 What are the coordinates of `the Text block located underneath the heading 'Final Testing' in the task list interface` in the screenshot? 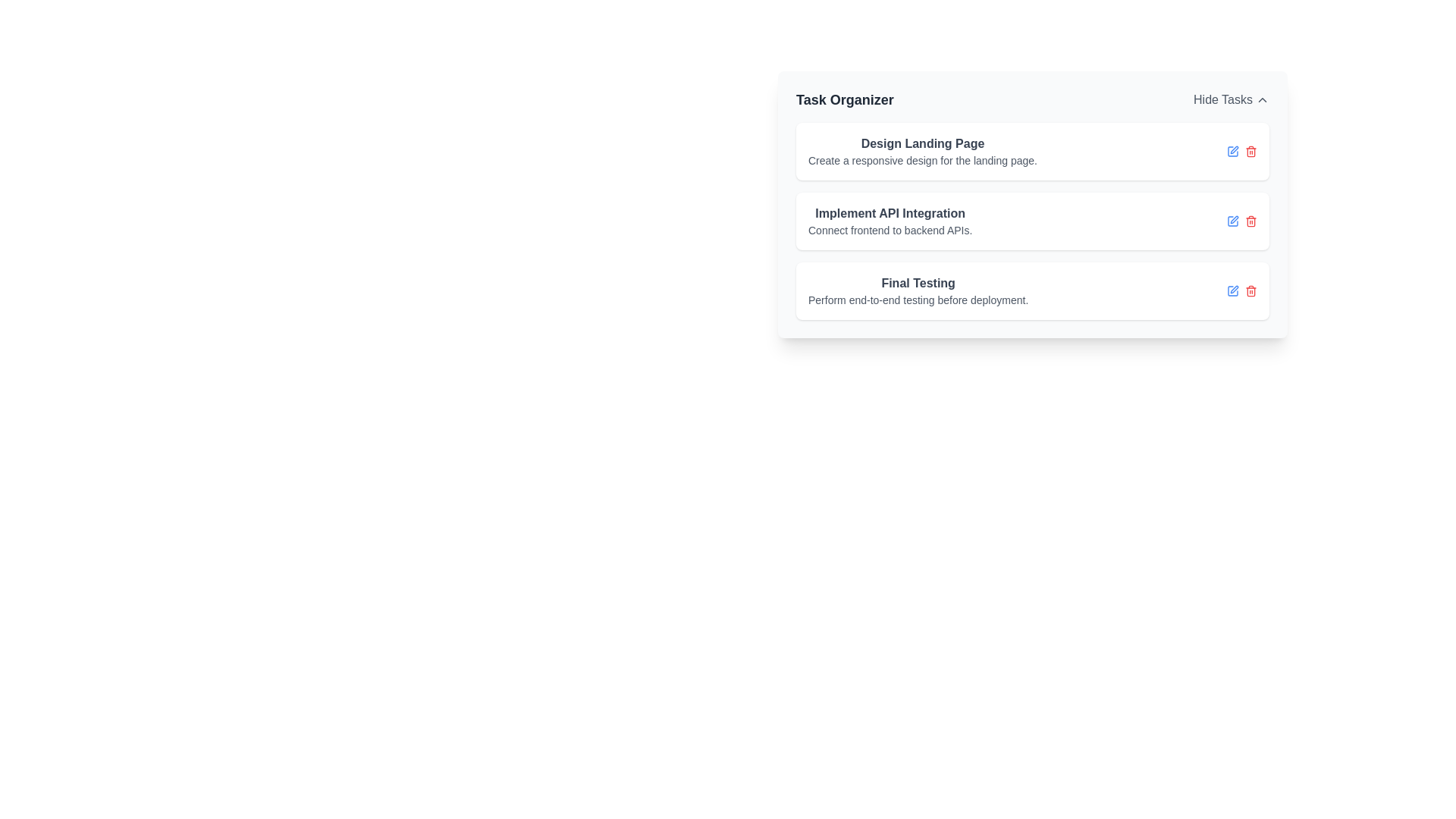 It's located at (918, 300).